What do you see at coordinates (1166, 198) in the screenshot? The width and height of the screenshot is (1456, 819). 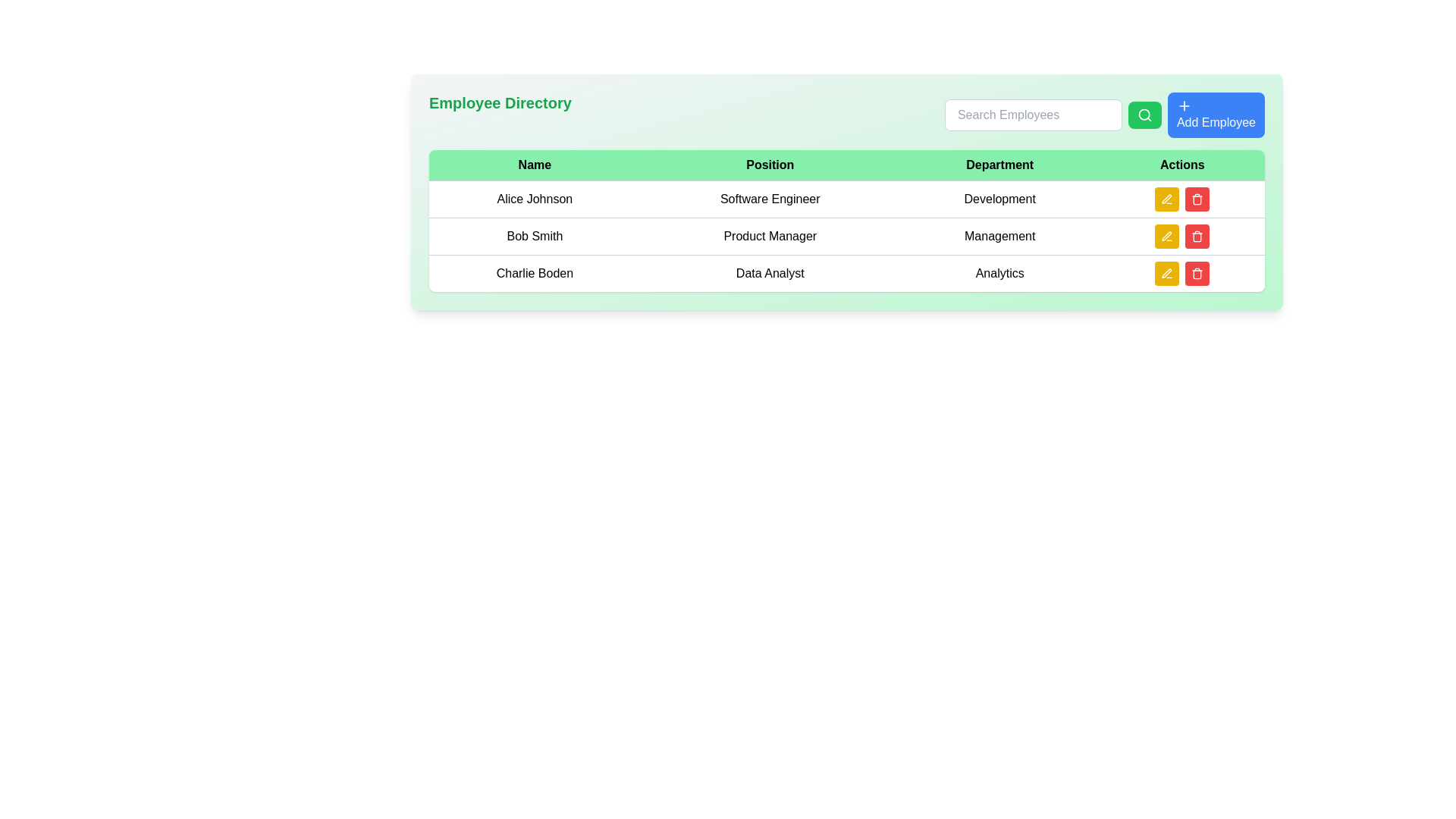 I see `the yellow button with round corners and a white pen icon, which is the first button in the 'Actions' column of the first row in the table` at bounding box center [1166, 198].